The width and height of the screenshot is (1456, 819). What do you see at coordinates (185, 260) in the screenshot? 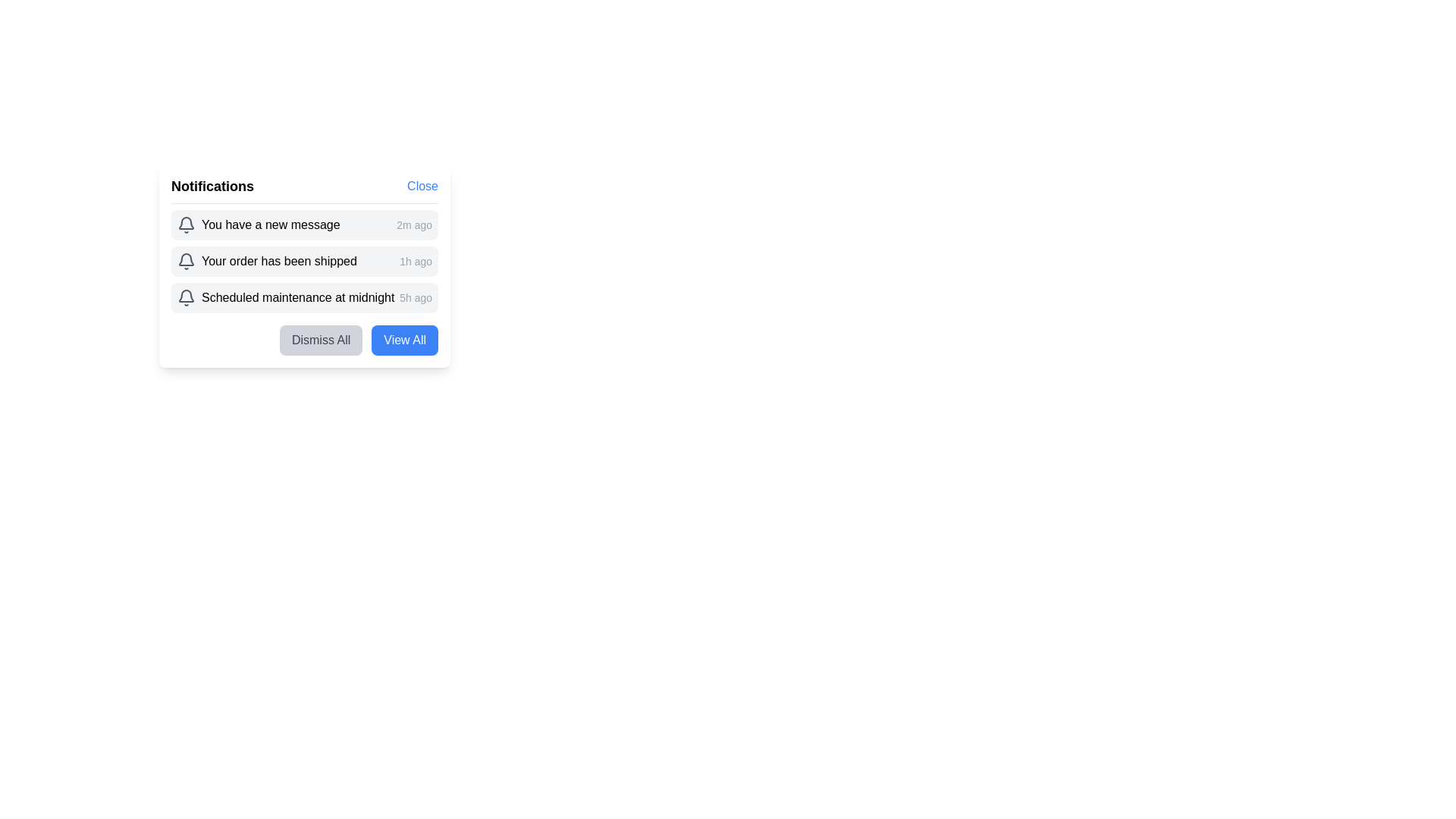
I see `the gray bell icon in the second row of the notification panel, which is to the left of the text 'Your order has been shipped'` at bounding box center [185, 260].